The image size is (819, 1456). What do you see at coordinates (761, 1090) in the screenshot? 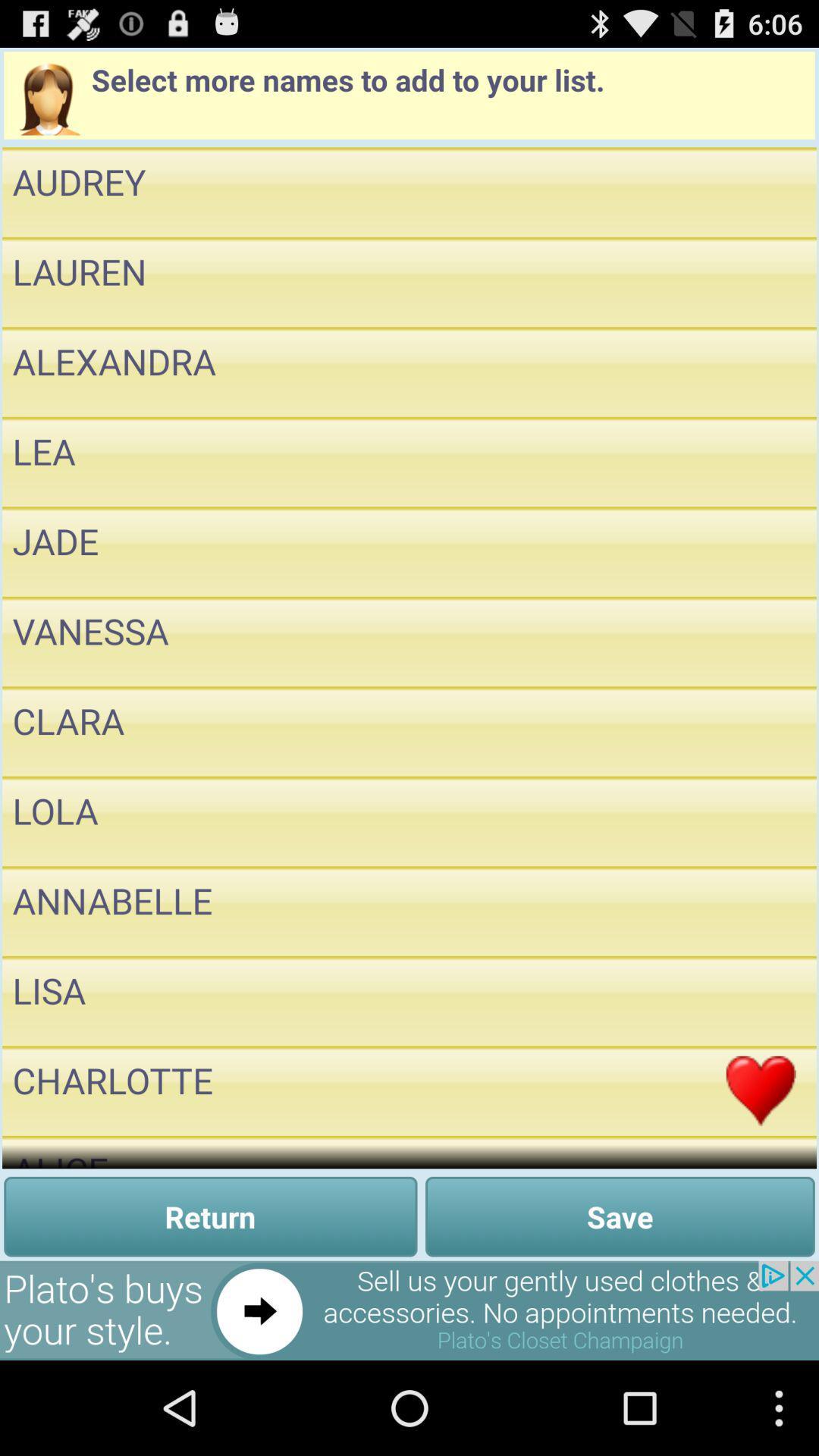
I see `heart emoji` at bounding box center [761, 1090].